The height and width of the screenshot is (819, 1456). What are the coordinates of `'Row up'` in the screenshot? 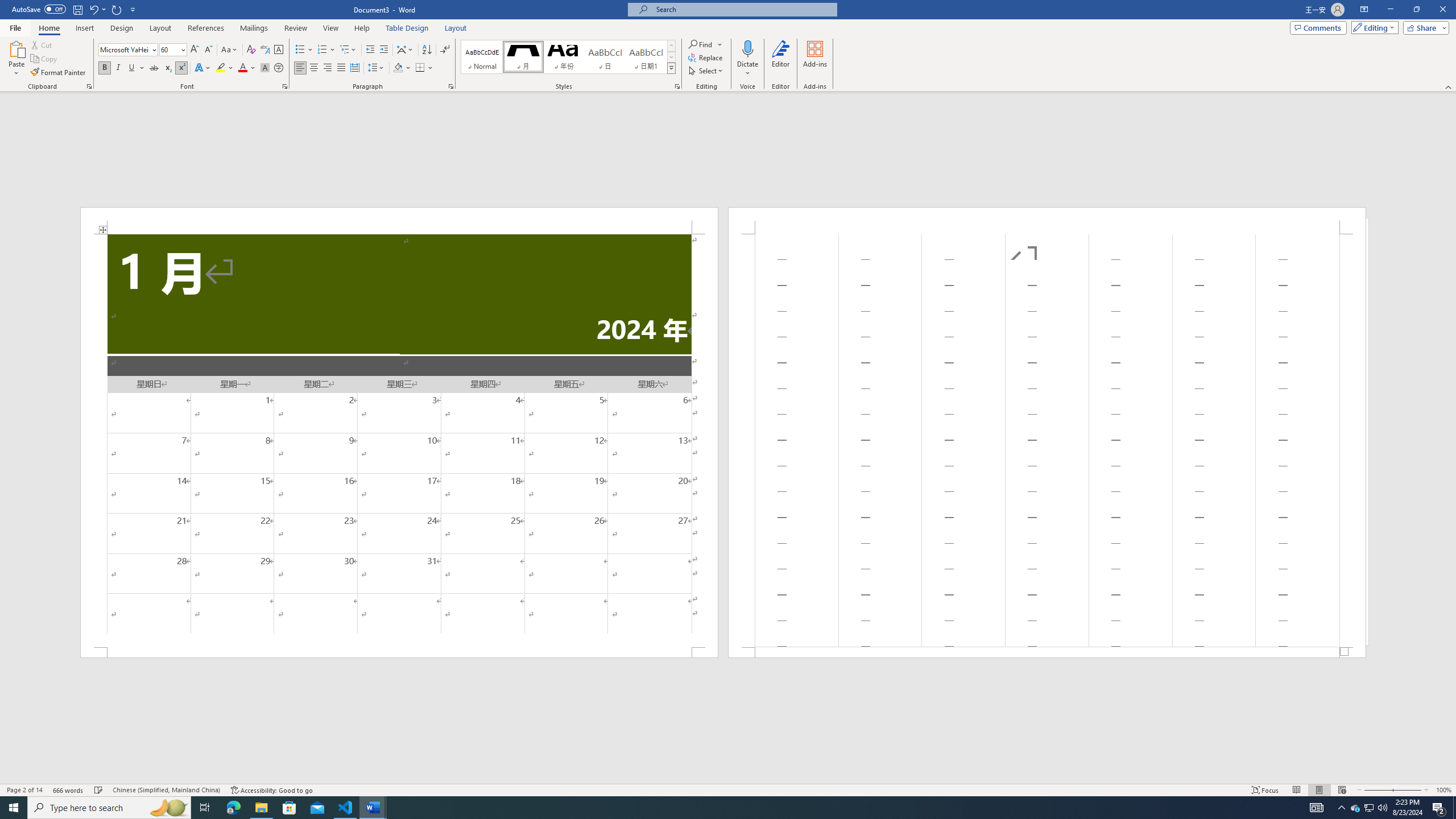 It's located at (671, 45).